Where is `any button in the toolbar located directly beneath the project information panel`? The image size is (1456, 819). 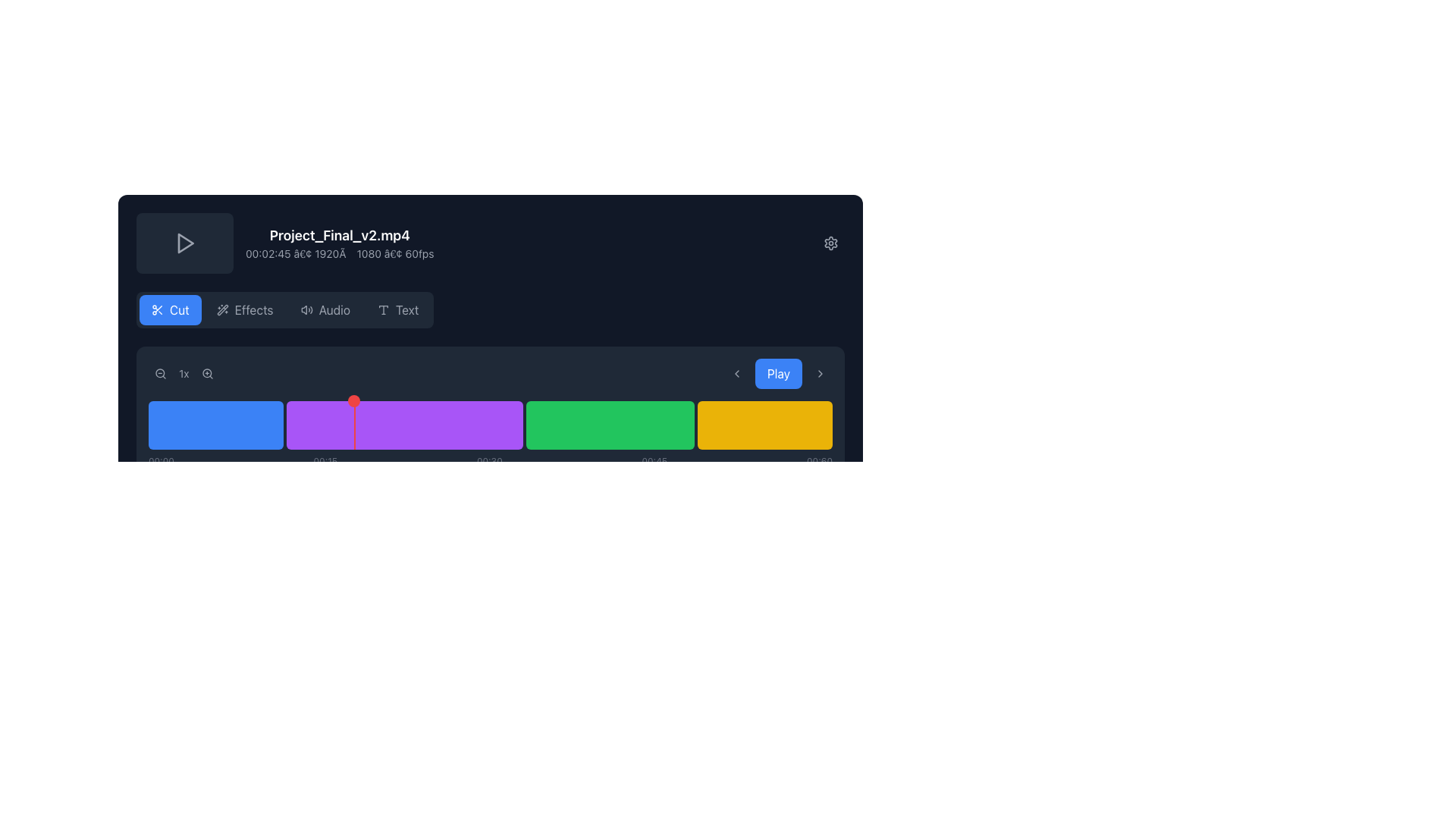
any button in the toolbar located directly beneath the project information panel is located at coordinates (285, 309).